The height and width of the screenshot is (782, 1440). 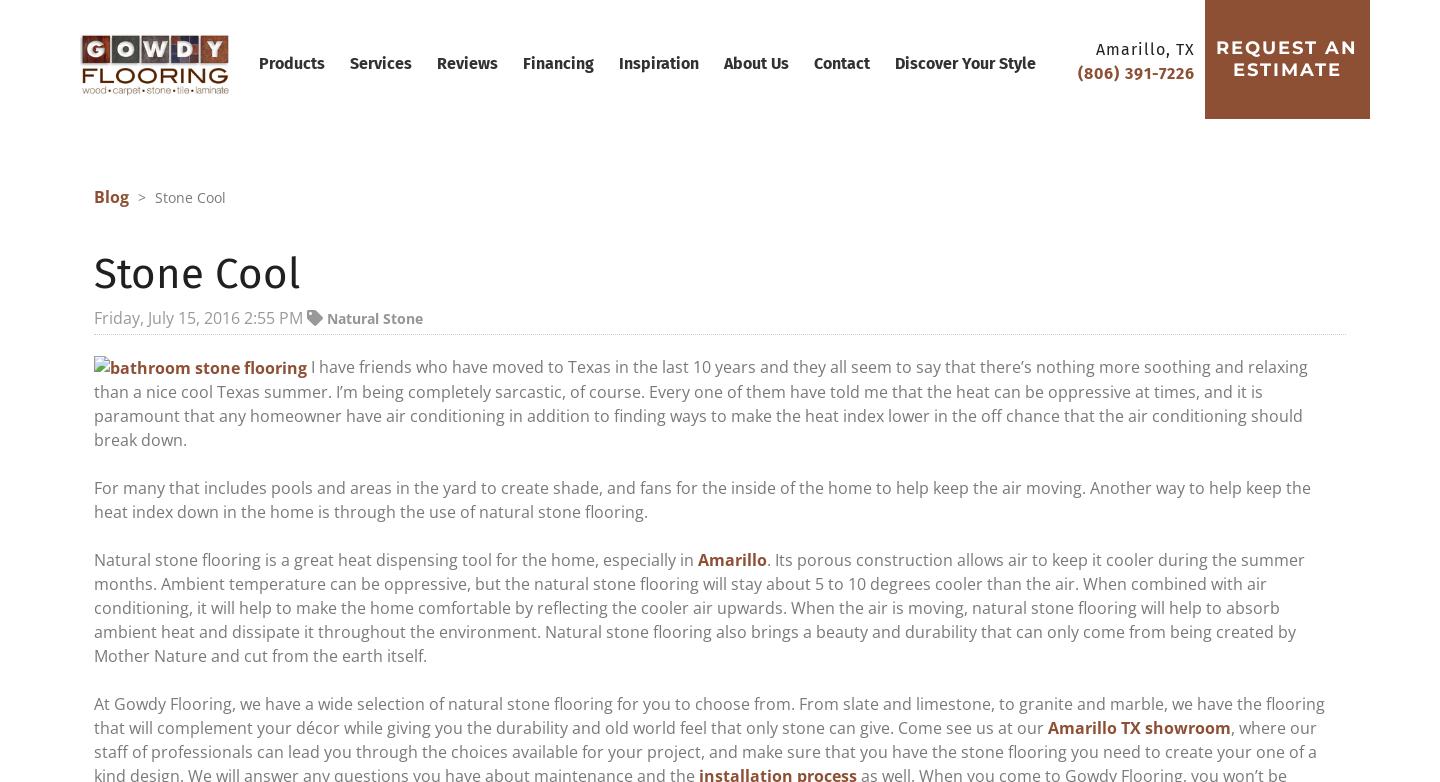 What do you see at coordinates (1093, 49) in the screenshot?
I see `'Amarillo, TX'` at bounding box center [1093, 49].